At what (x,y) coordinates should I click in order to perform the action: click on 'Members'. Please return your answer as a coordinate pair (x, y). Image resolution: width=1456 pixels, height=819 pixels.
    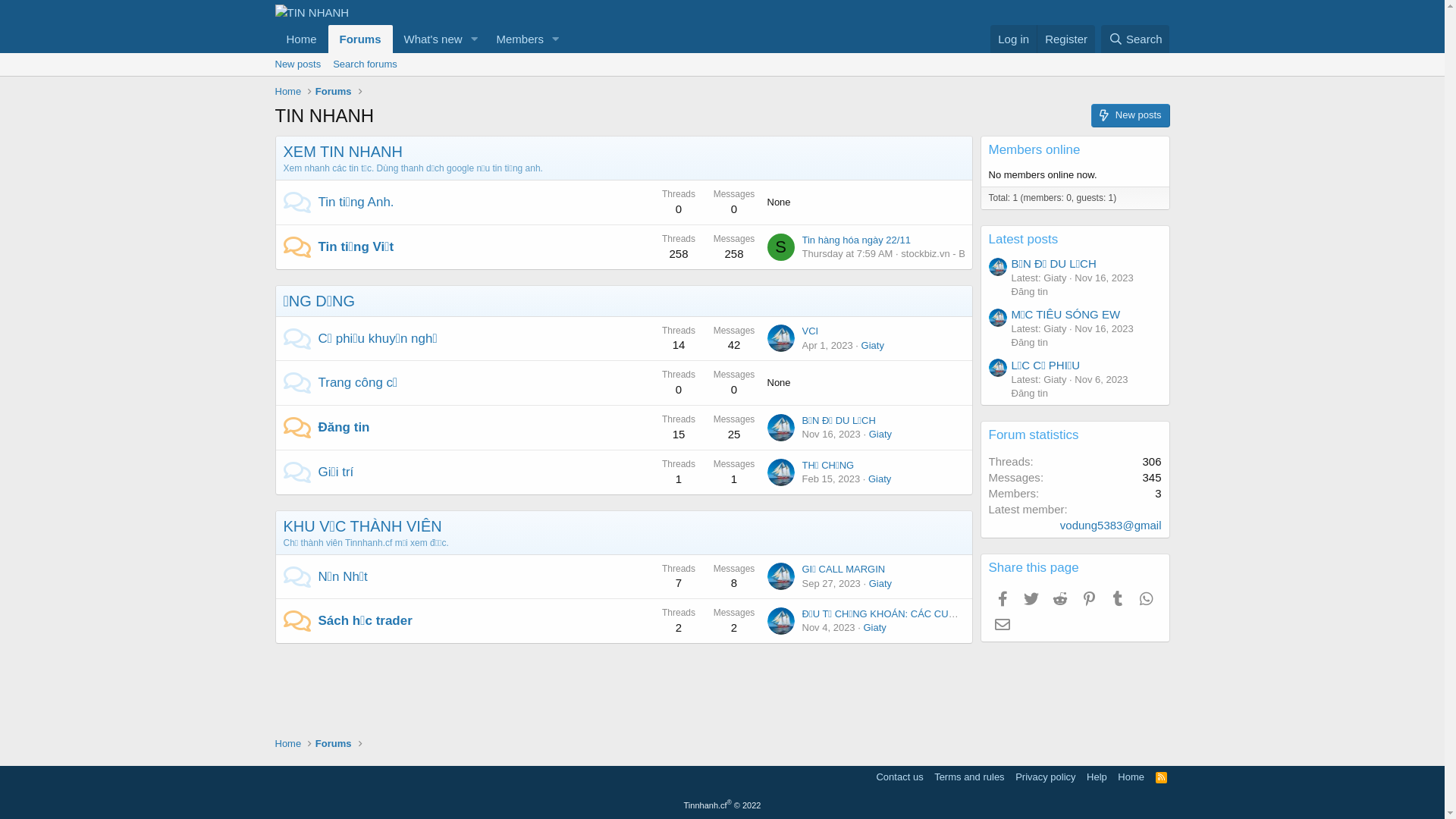
    Looking at the image, I should click on (514, 38).